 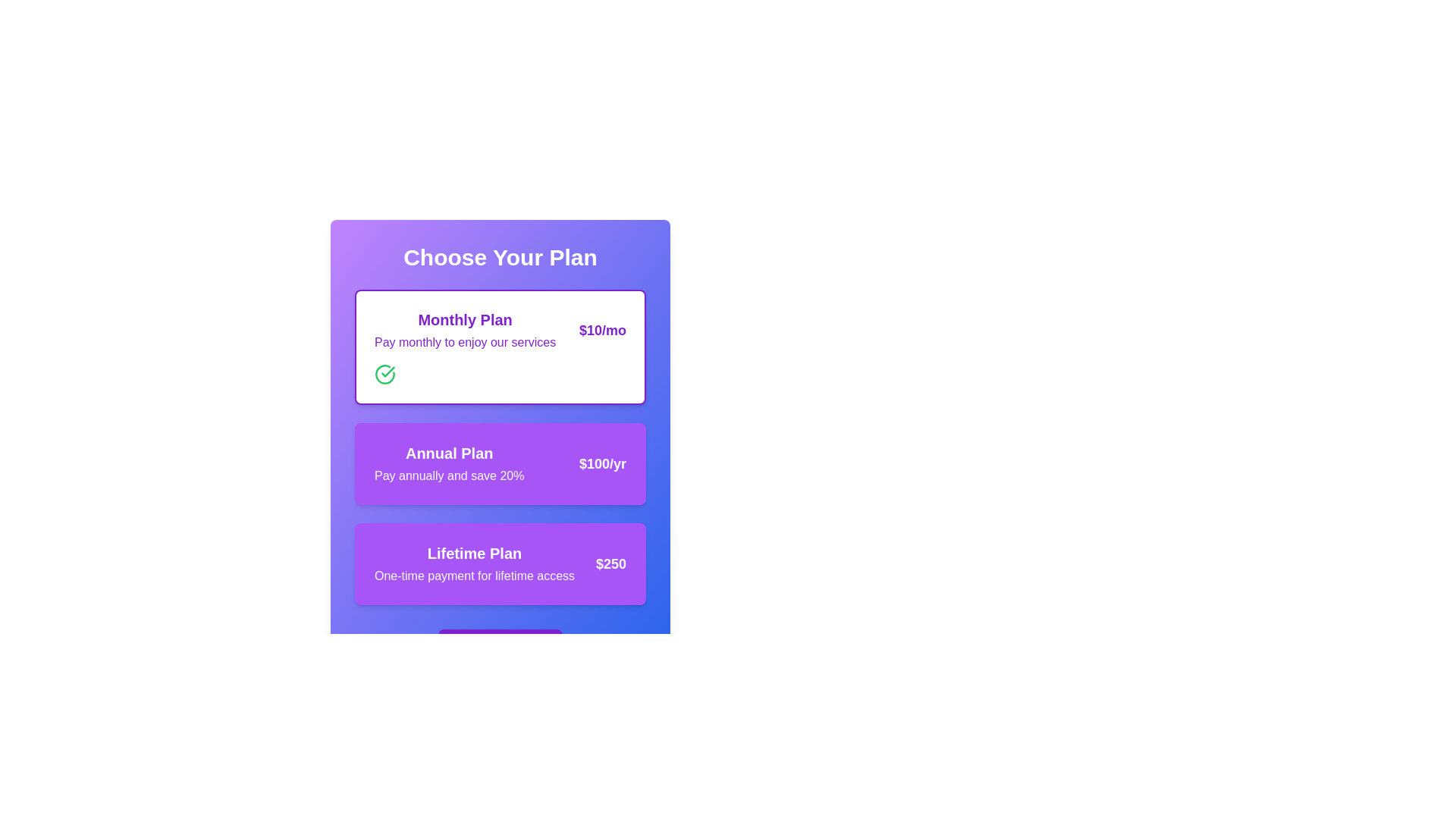 I want to click on the Text Label that displays 'Annual Plan' with a bold white font on a purple background, positioned between 'Monthly Plan' and 'Lifetime Plan', so click(x=448, y=463).